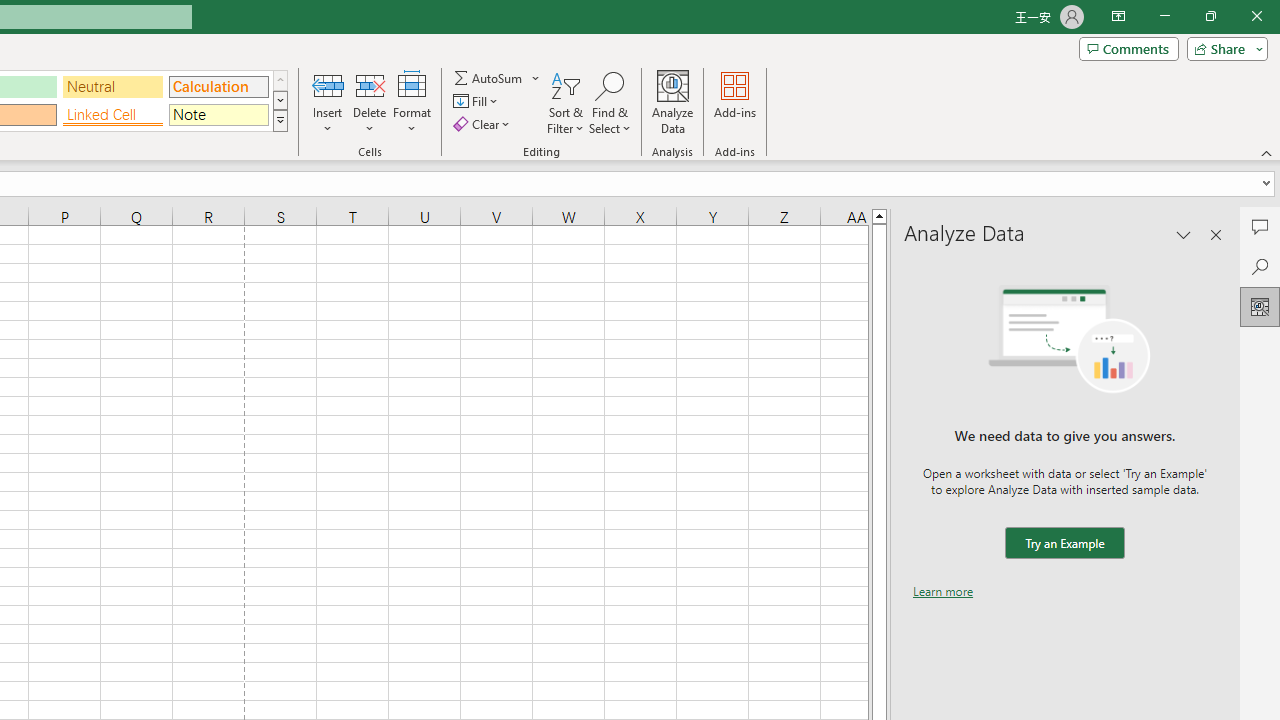 The width and height of the screenshot is (1280, 720). What do you see at coordinates (497, 77) in the screenshot?
I see `'AutoSum'` at bounding box center [497, 77].